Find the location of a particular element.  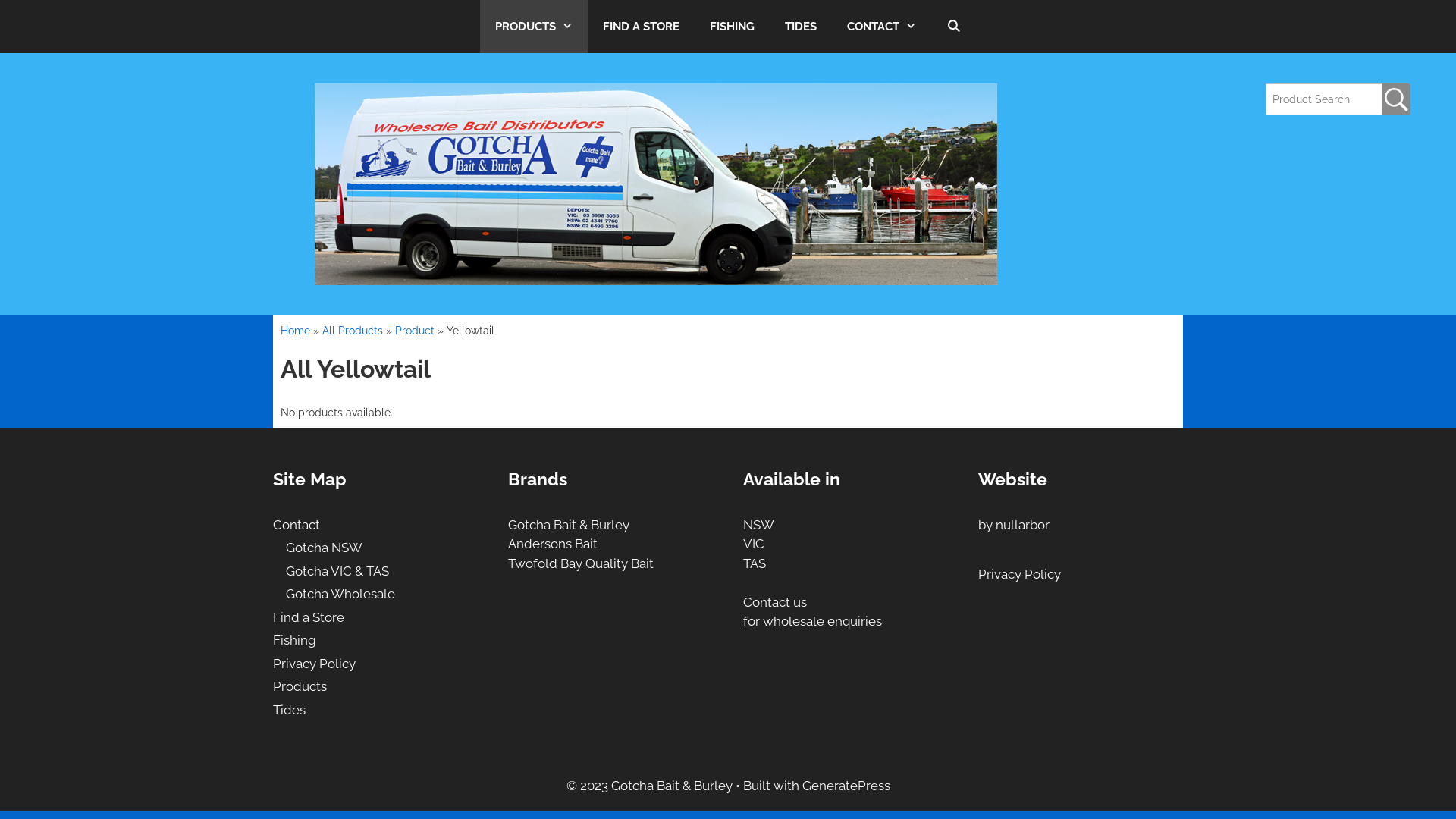

'Twofold Bay Quality Bait' is located at coordinates (580, 563).